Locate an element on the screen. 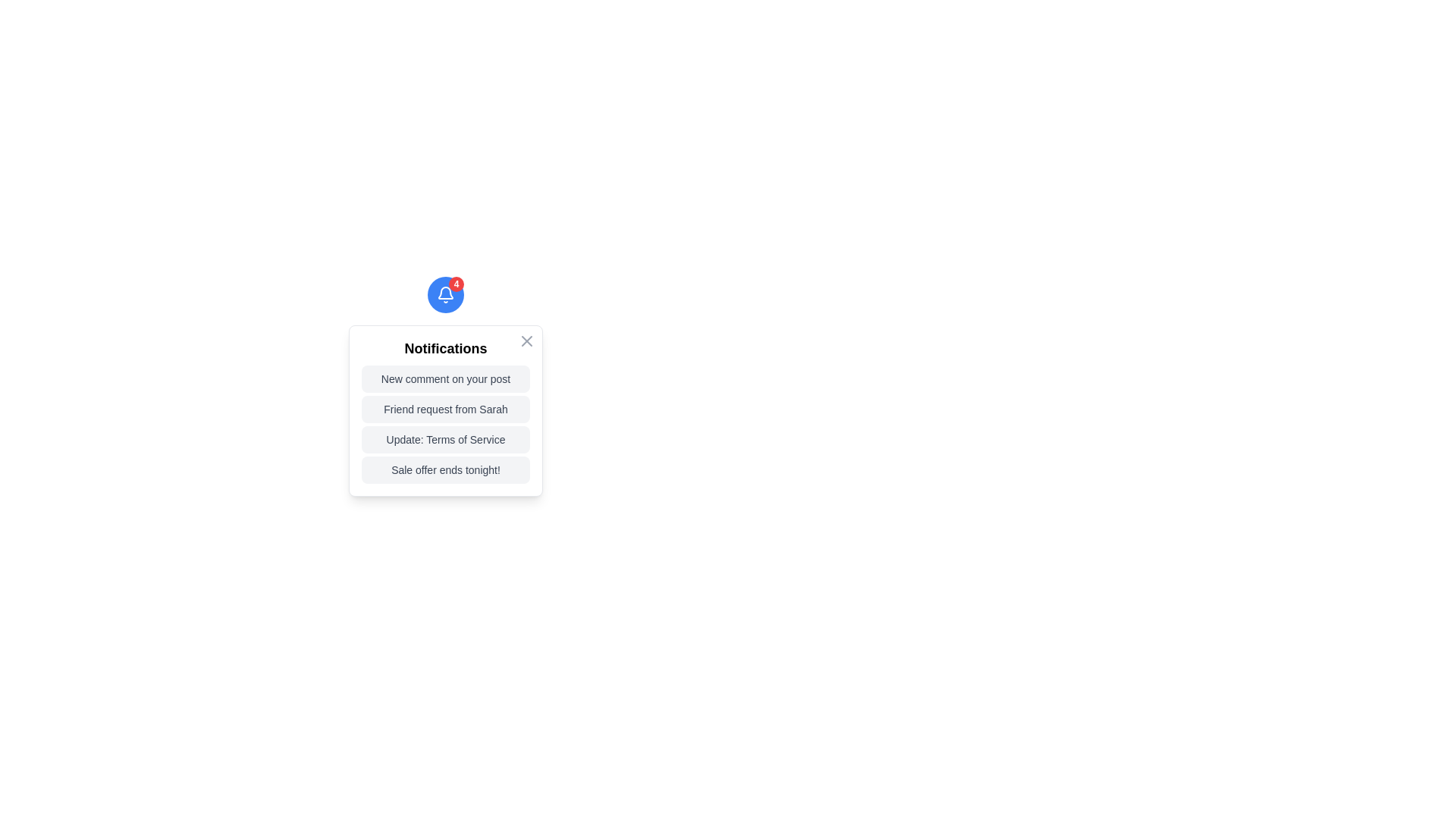 This screenshot has width=1456, height=819. the circular blue button with a white bell icon and a red badge showing '4' is located at coordinates (445, 295).